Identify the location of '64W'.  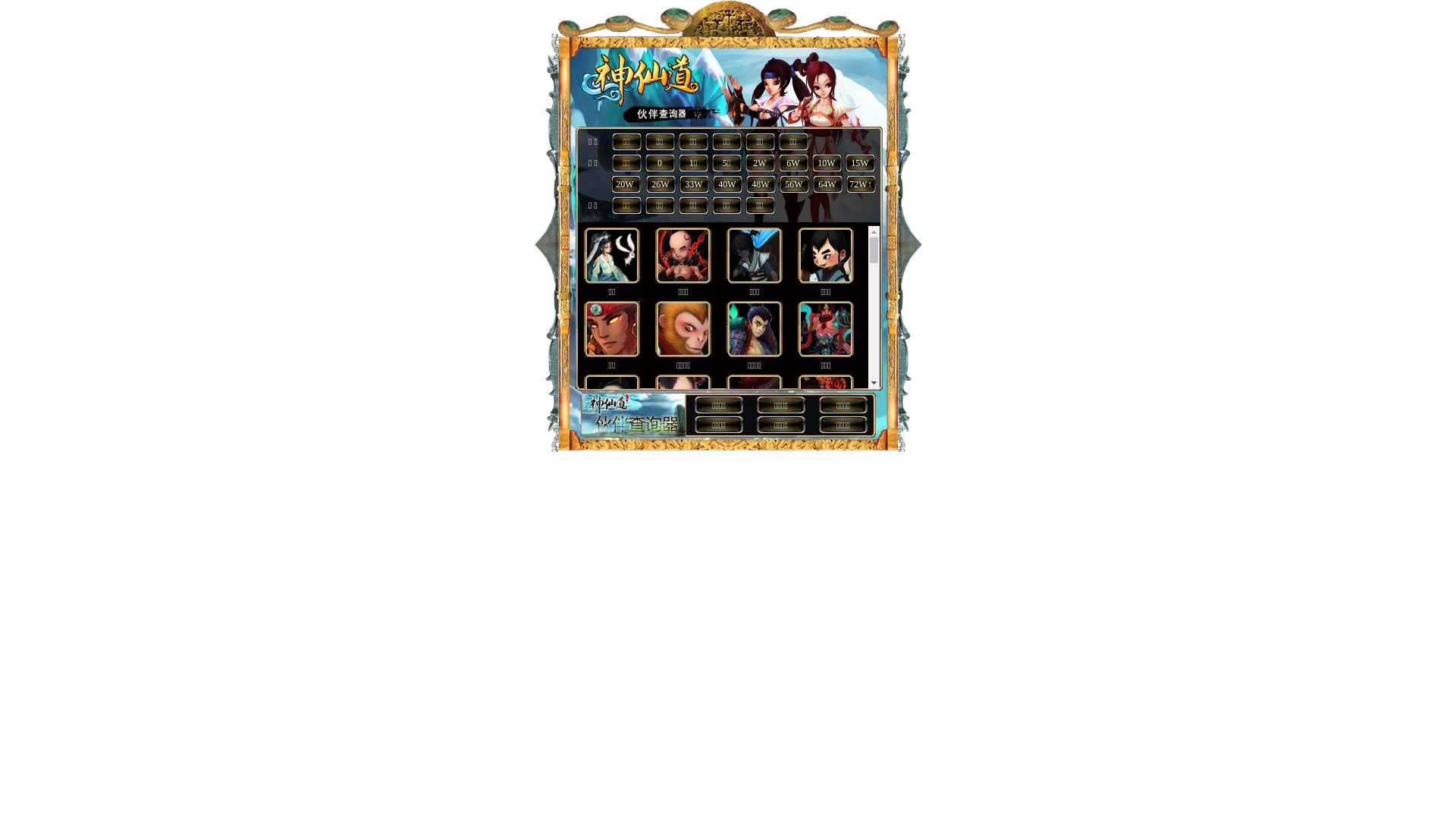
(826, 184).